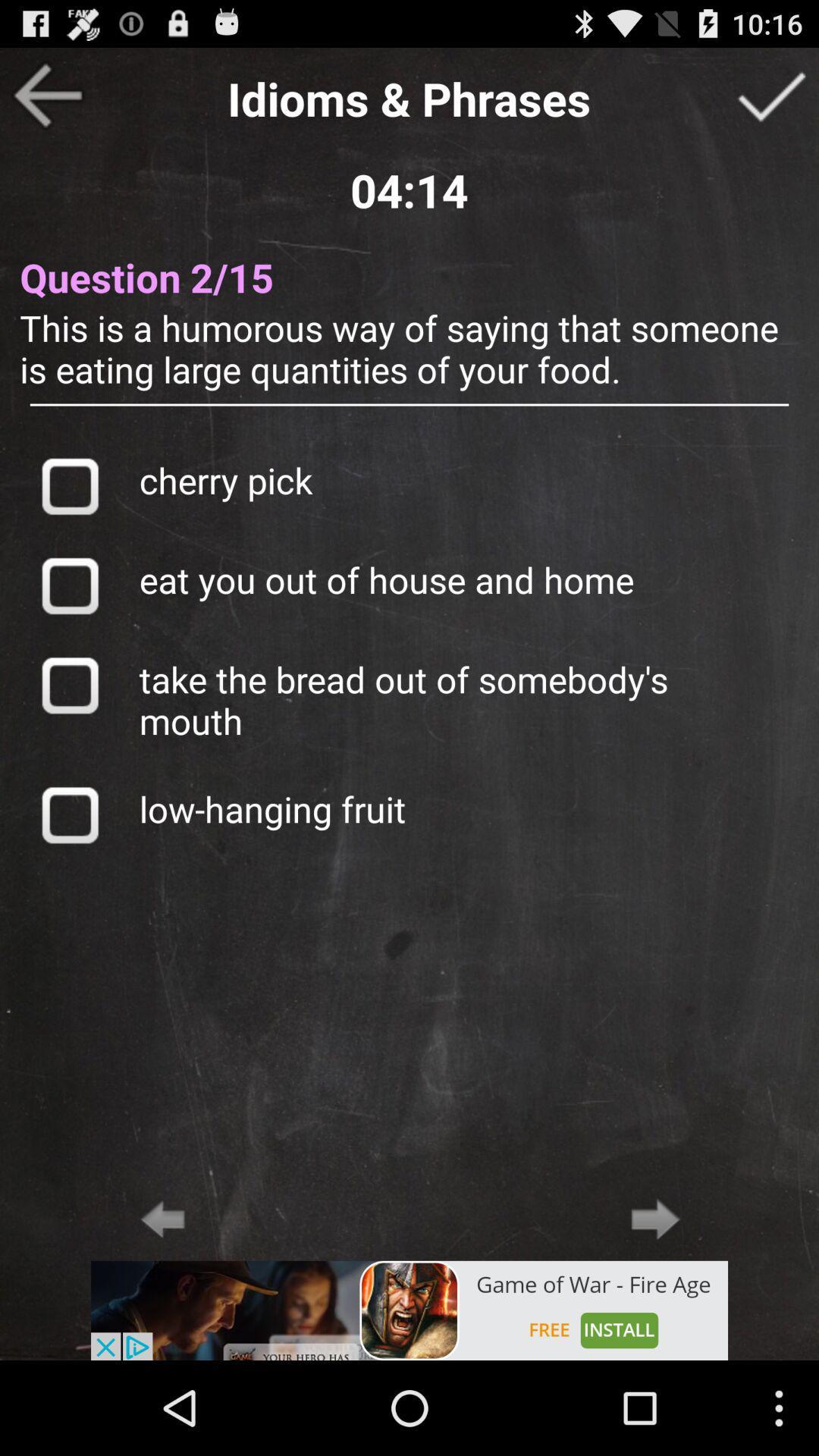  I want to click on back arrow, so click(163, 1219).